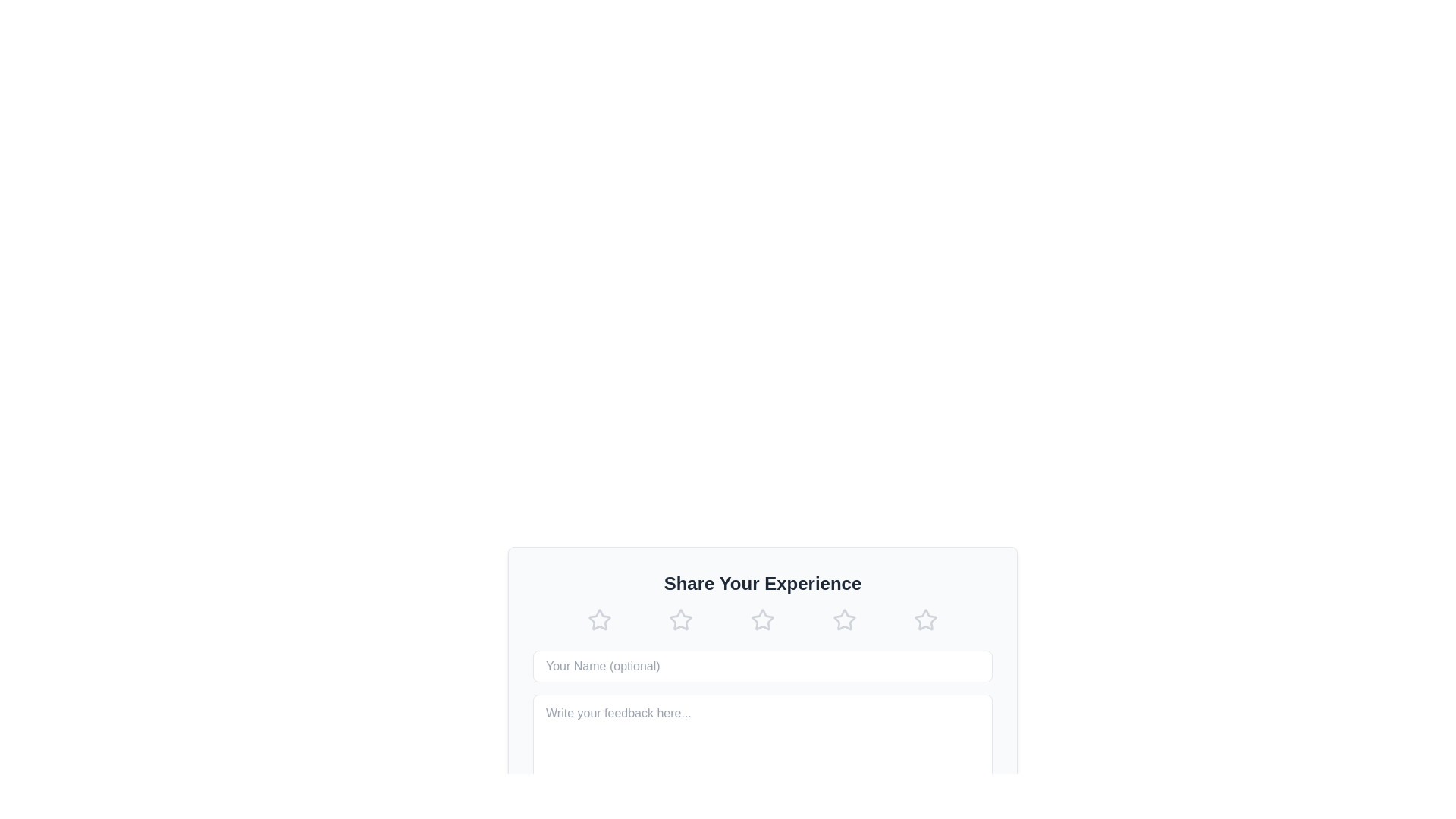 The image size is (1456, 819). I want to click on the third star-shaped icon from the left in the row of five stars, which is located below 'Share Your Experience', so click(680, 620).